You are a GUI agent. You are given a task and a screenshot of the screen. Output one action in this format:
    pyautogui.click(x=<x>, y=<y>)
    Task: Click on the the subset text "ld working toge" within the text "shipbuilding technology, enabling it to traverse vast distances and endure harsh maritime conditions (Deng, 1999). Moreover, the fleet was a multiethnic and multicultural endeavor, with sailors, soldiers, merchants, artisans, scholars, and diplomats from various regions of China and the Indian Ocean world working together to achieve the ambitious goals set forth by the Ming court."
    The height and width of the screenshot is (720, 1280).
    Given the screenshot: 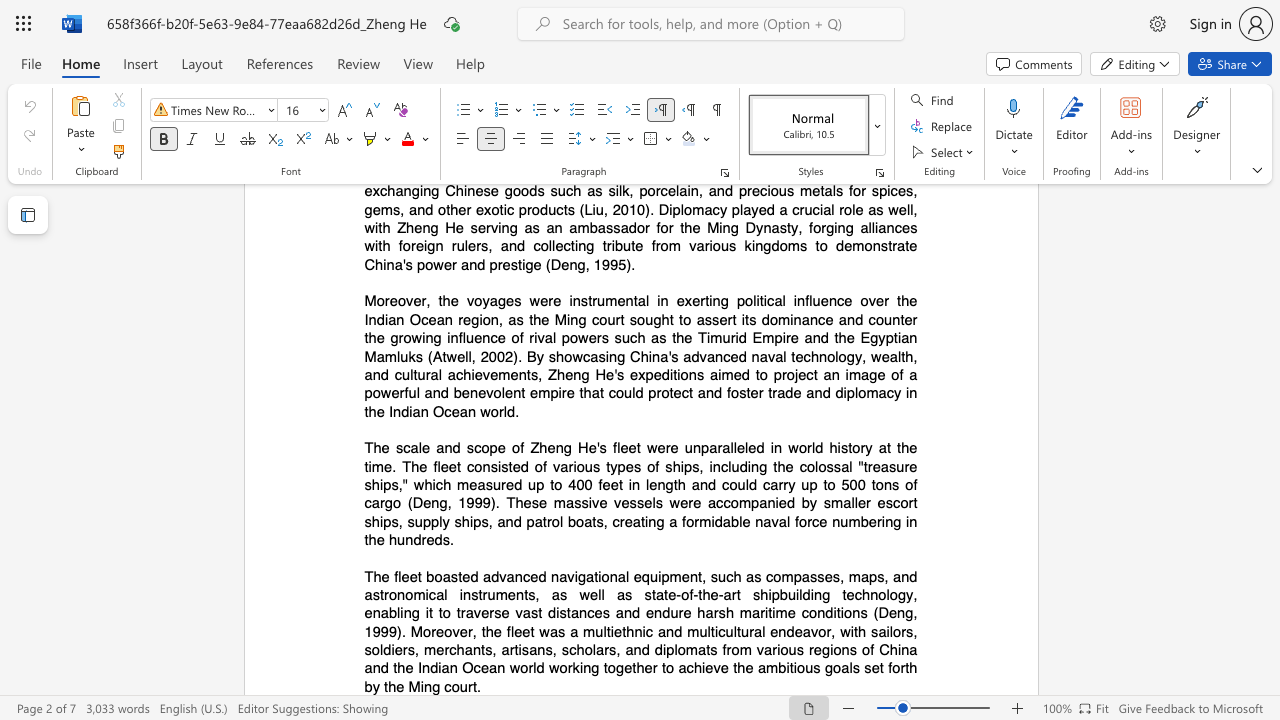 What is the action you would take?
    pyautogui.click(x=533, y=668)
    